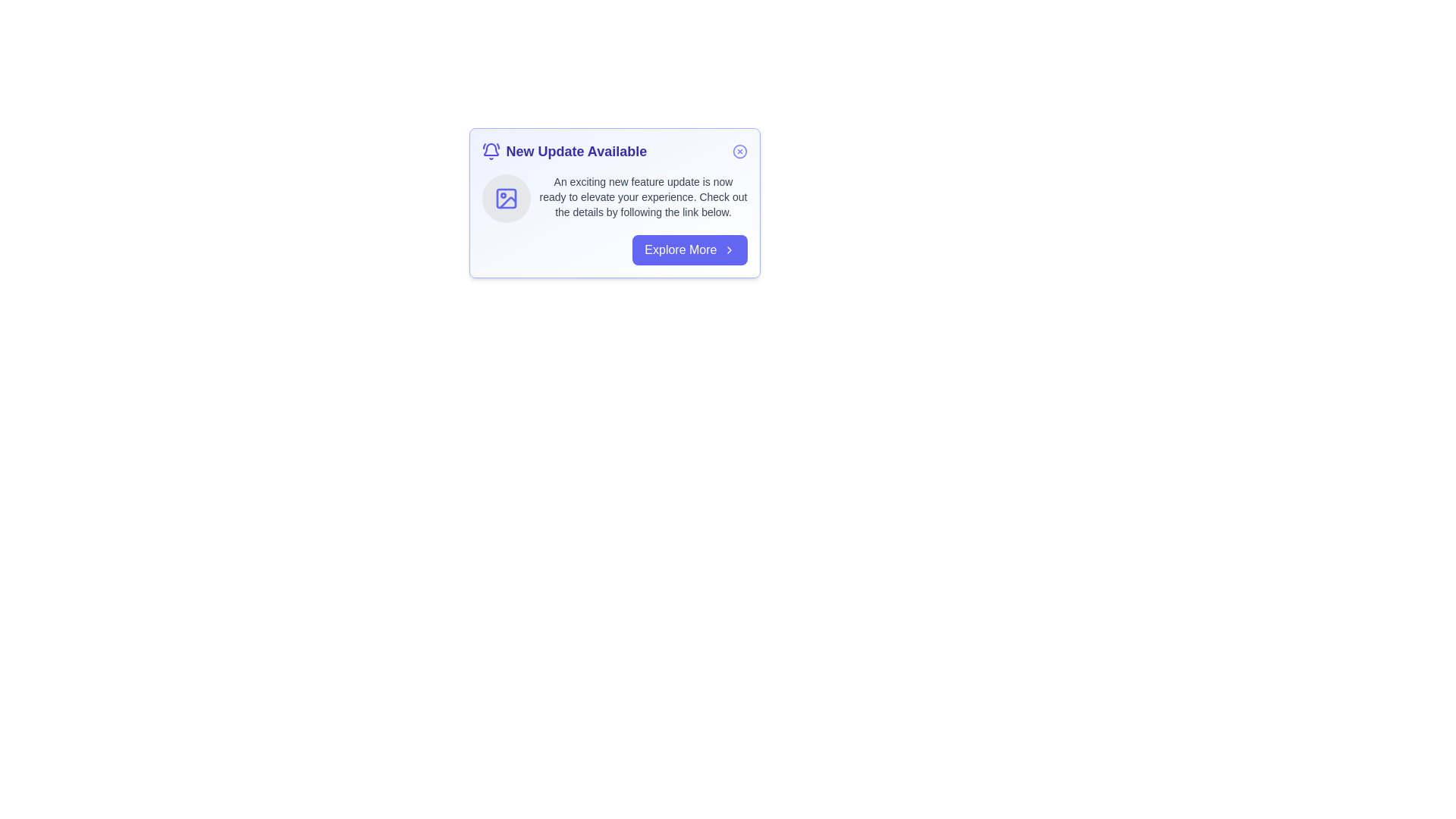  I want to click on the bell icon to observe its visual representation, so click(491, 152).